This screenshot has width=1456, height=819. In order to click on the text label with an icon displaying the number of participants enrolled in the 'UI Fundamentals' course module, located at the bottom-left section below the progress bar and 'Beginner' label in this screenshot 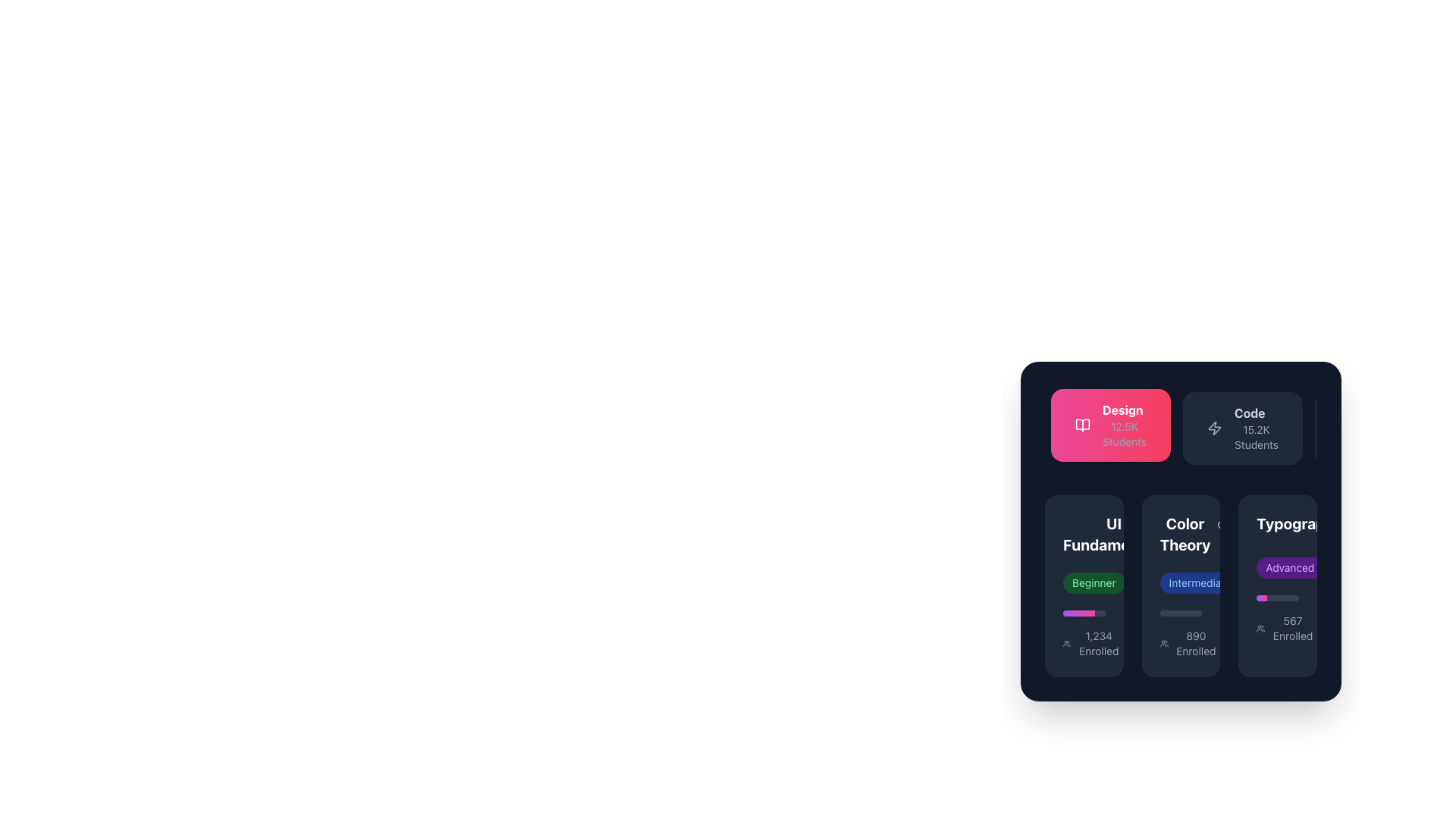, I will do `click(1083, 643)`.